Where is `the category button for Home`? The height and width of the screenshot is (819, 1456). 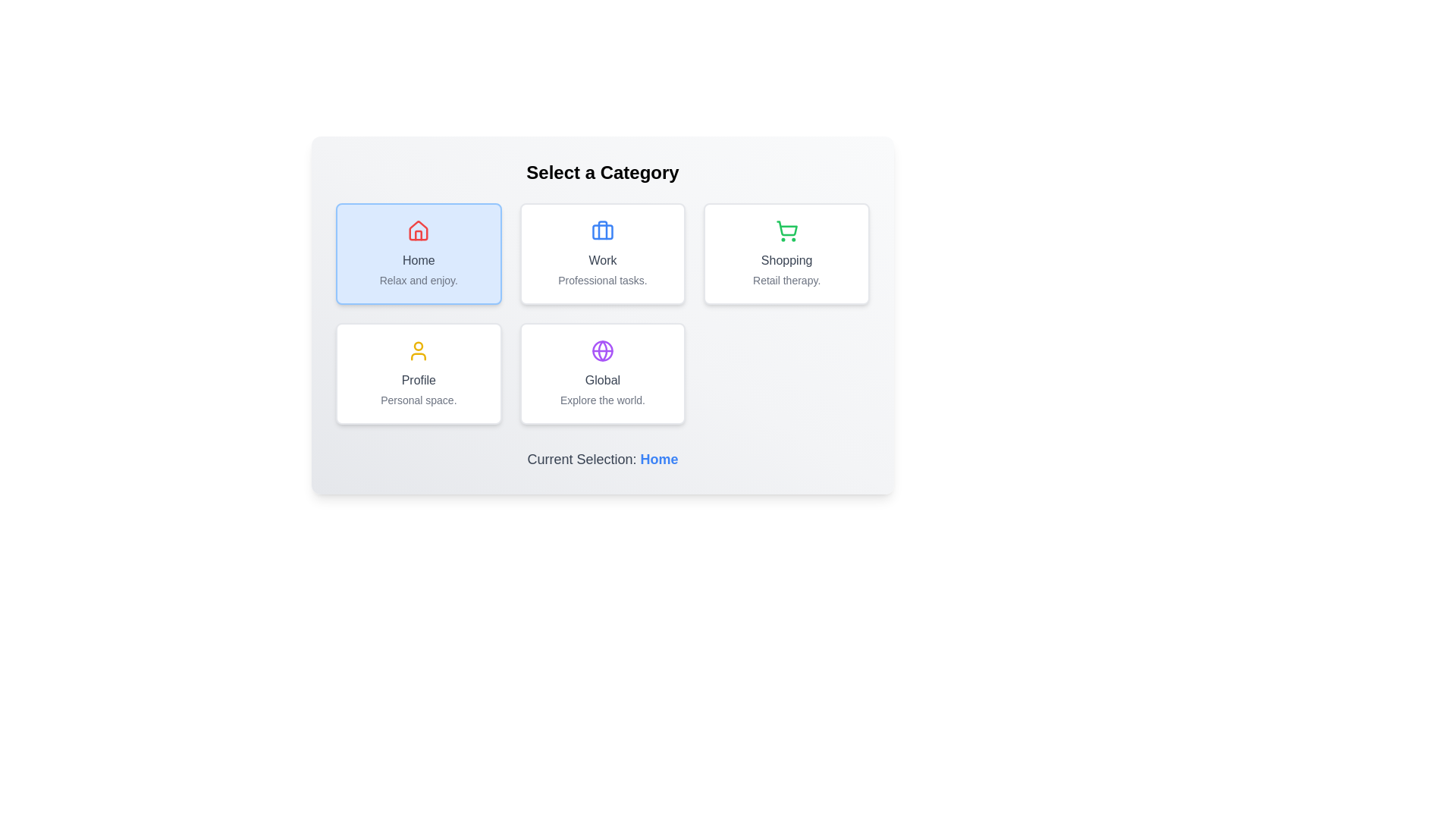 the category button for Home is located at coordinates (419, 253).